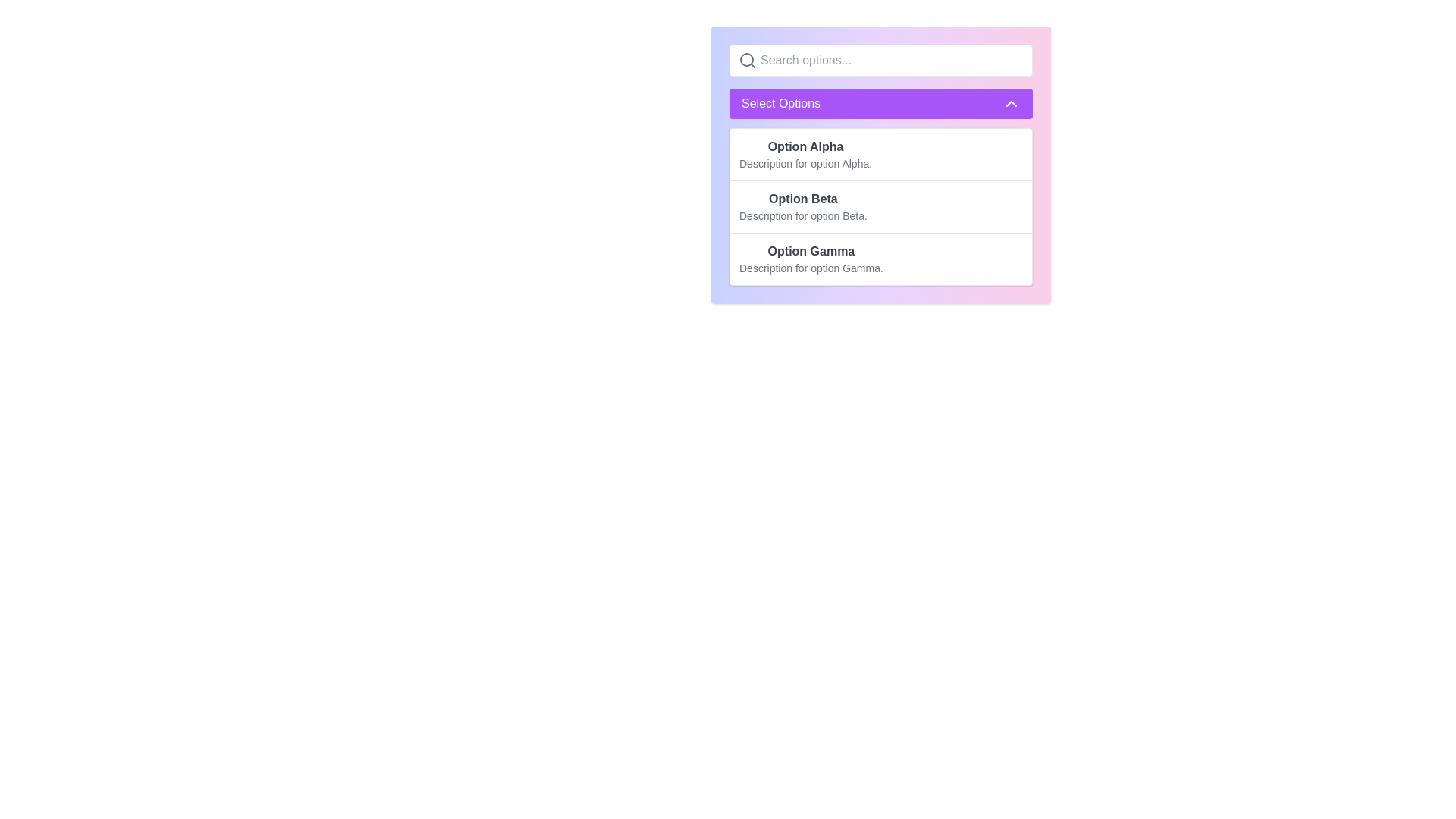  Describe the element at coordinates (802, 207) in the screenshot. I see `to select the list item with bold title text 'Option Beta' located in the second position of the dropdown menu` at that location.